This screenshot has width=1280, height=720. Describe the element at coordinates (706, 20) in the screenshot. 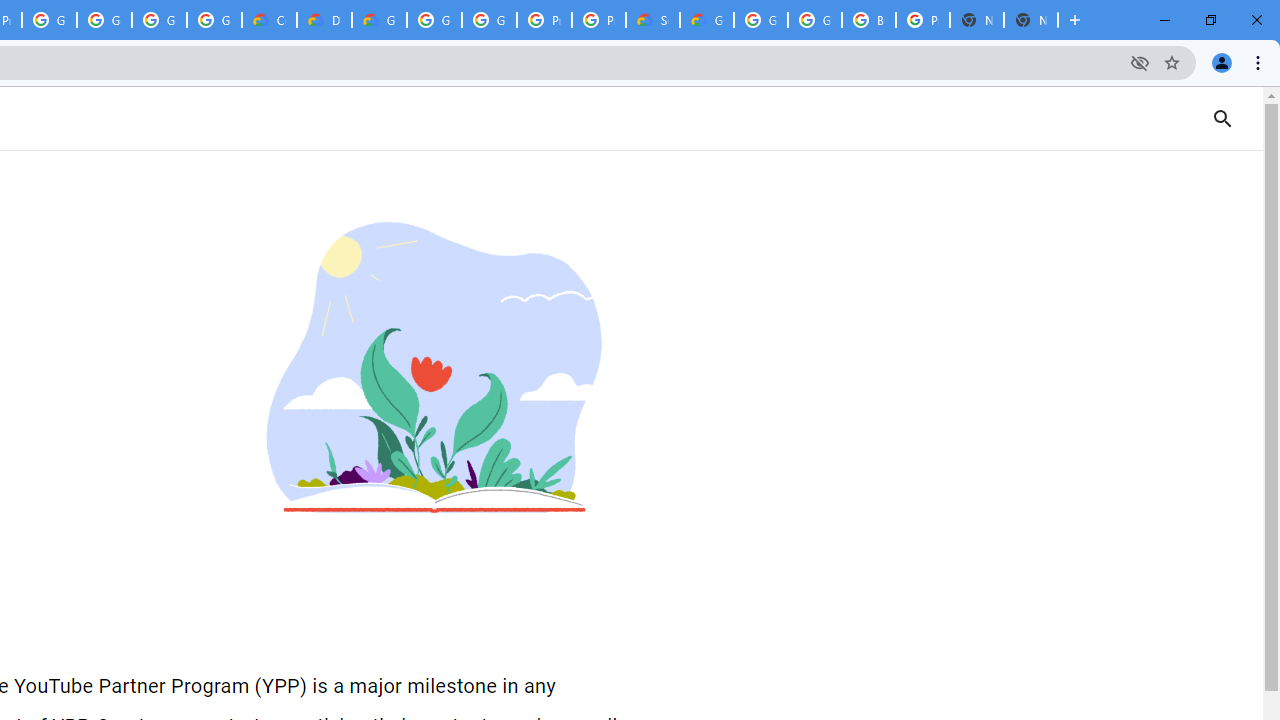

I see `'Google Cloud Service Health'` at that location.